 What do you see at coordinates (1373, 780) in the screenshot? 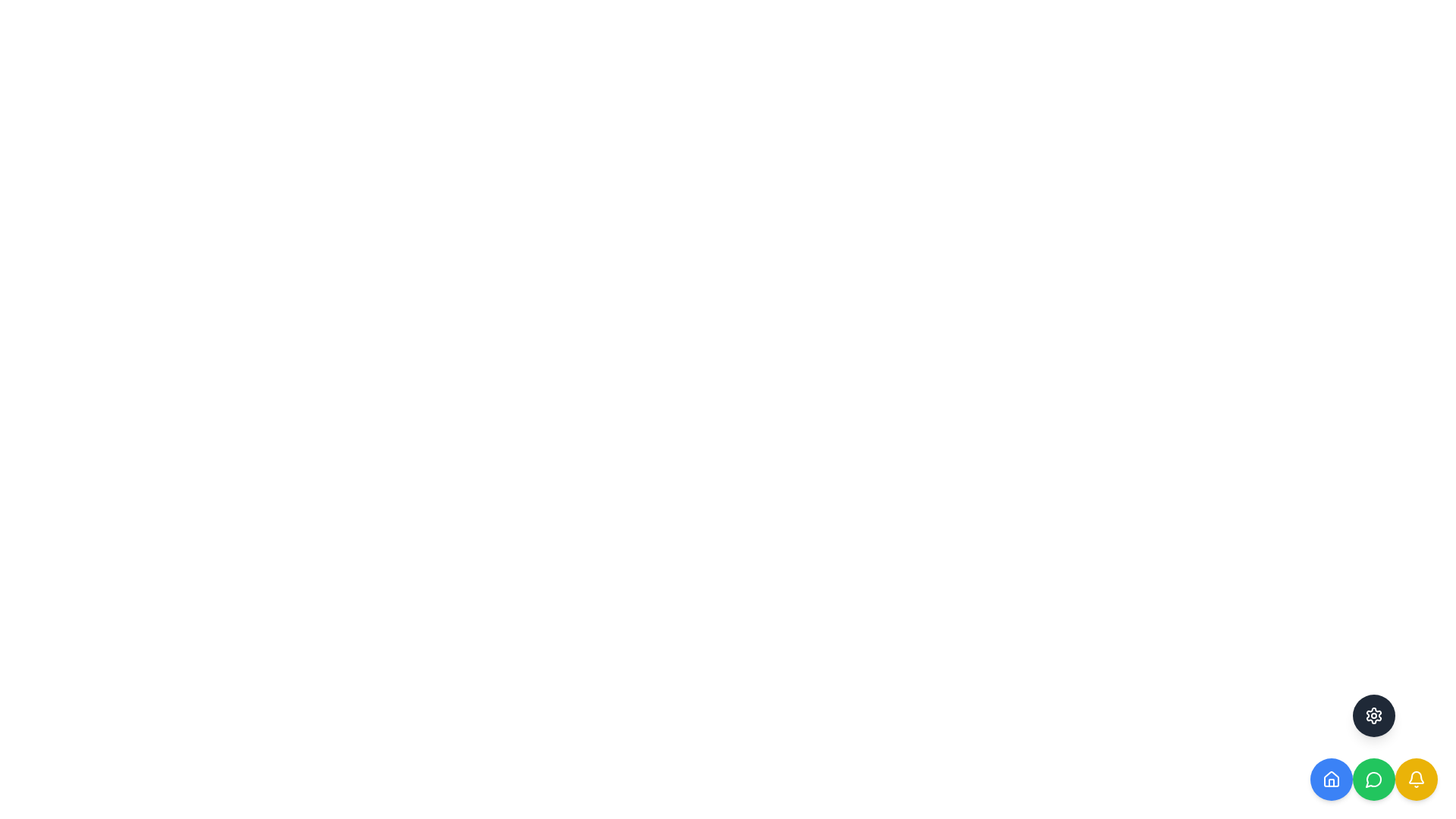
I see `the green speech bubble icon button located in the bottom-right corner of the interface` at bounding box center [1373, 780].